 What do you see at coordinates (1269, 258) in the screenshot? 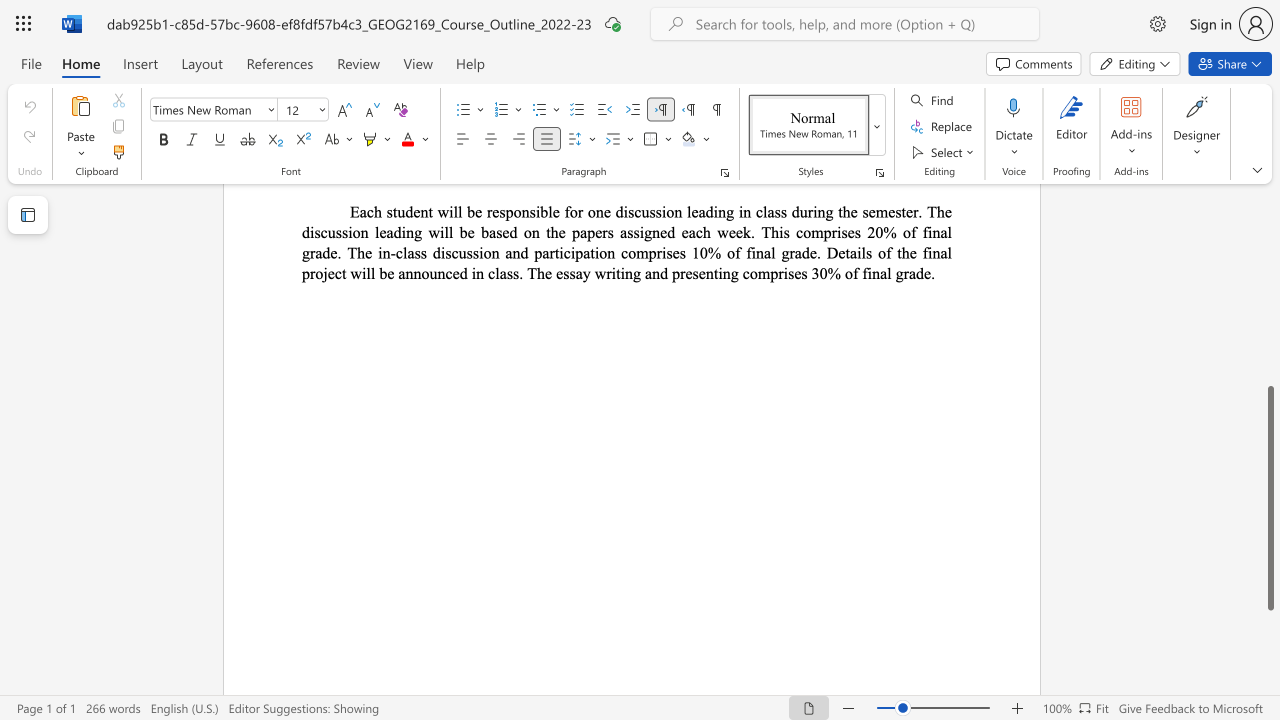
I see `the scrollbar to slide the page up` at bounding box center [1269, 258].